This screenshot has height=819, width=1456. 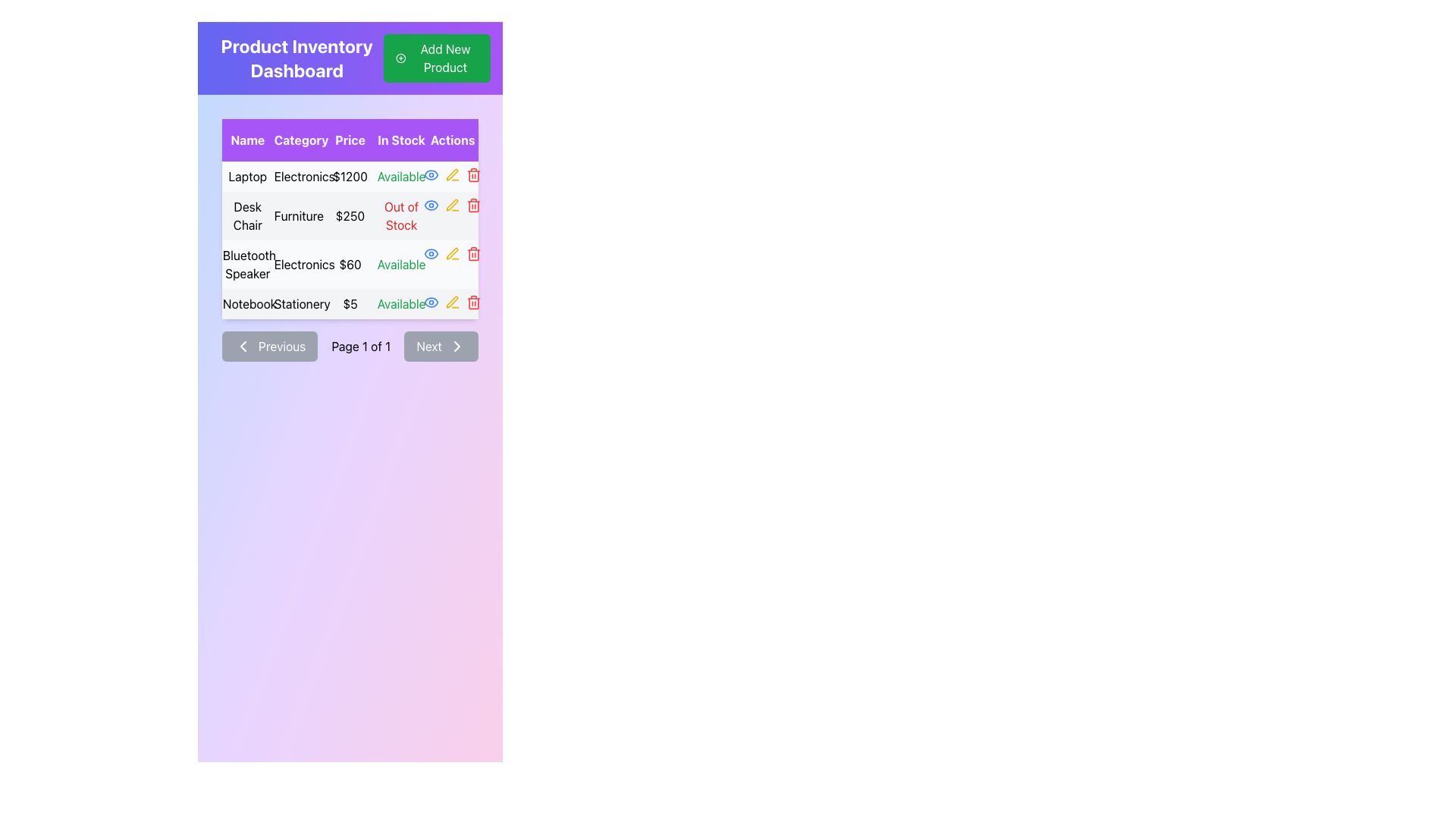 I want to click on the small blue eye-shaped icon button located in the 'Actions' column of the table for the first row labeled 'Laptop Electronics $1200 Available', so click(x=431, y=174).